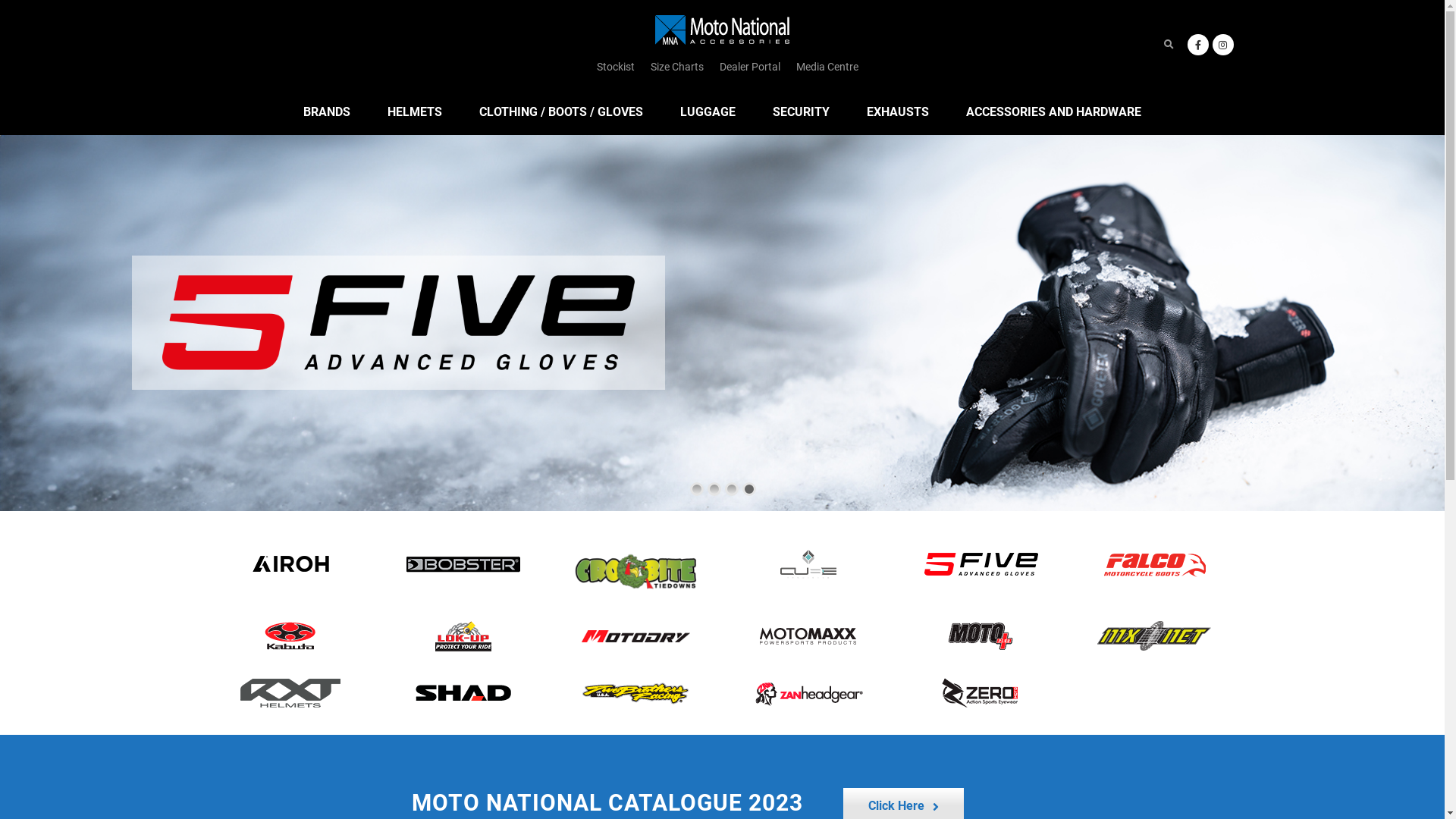 This screenshot has width=1456, height=819. What do you see at coordinates (1097, 564) in the screenshot?
I see `'falcoboot'` at bounding box center [1097, 564].